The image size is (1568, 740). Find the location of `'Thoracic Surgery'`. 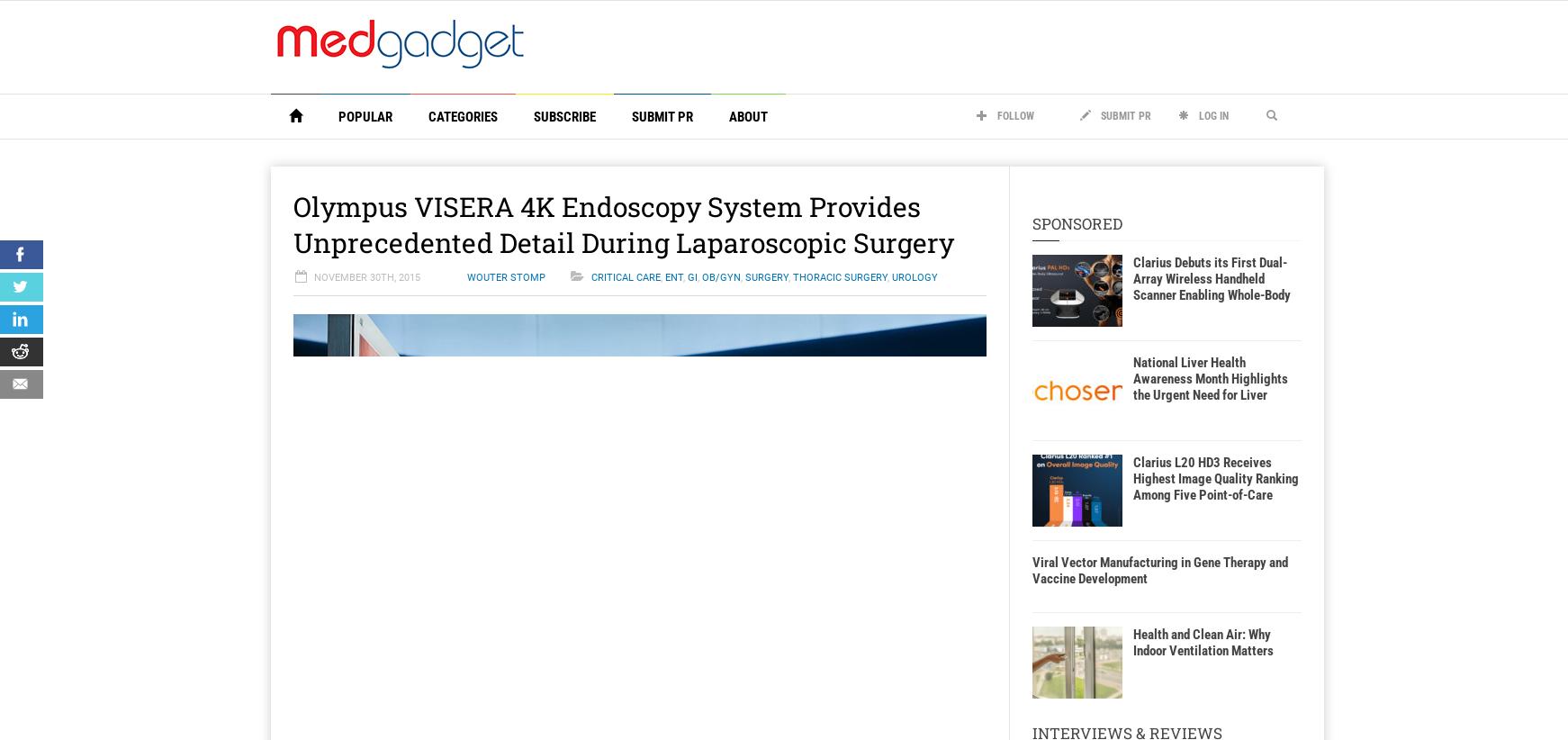

'Thoracic Surgery' is located at coordinates (839, 277).